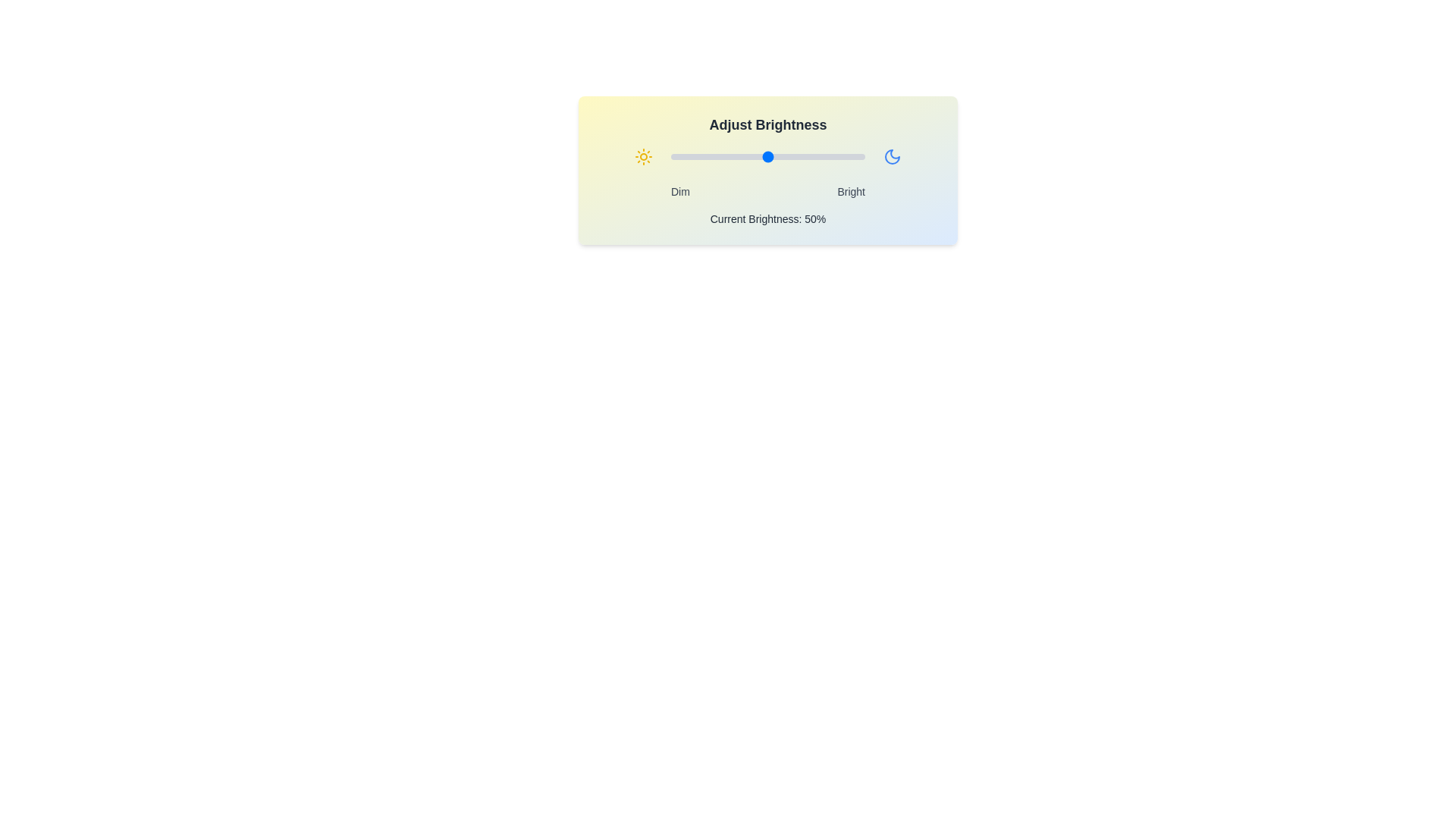 The height and width of the screenshot is (819, 1456). Describe the element at coordinates (755, 157) in the screenshot. I see `the brightness to 43% by interacting with the slider` at that location.